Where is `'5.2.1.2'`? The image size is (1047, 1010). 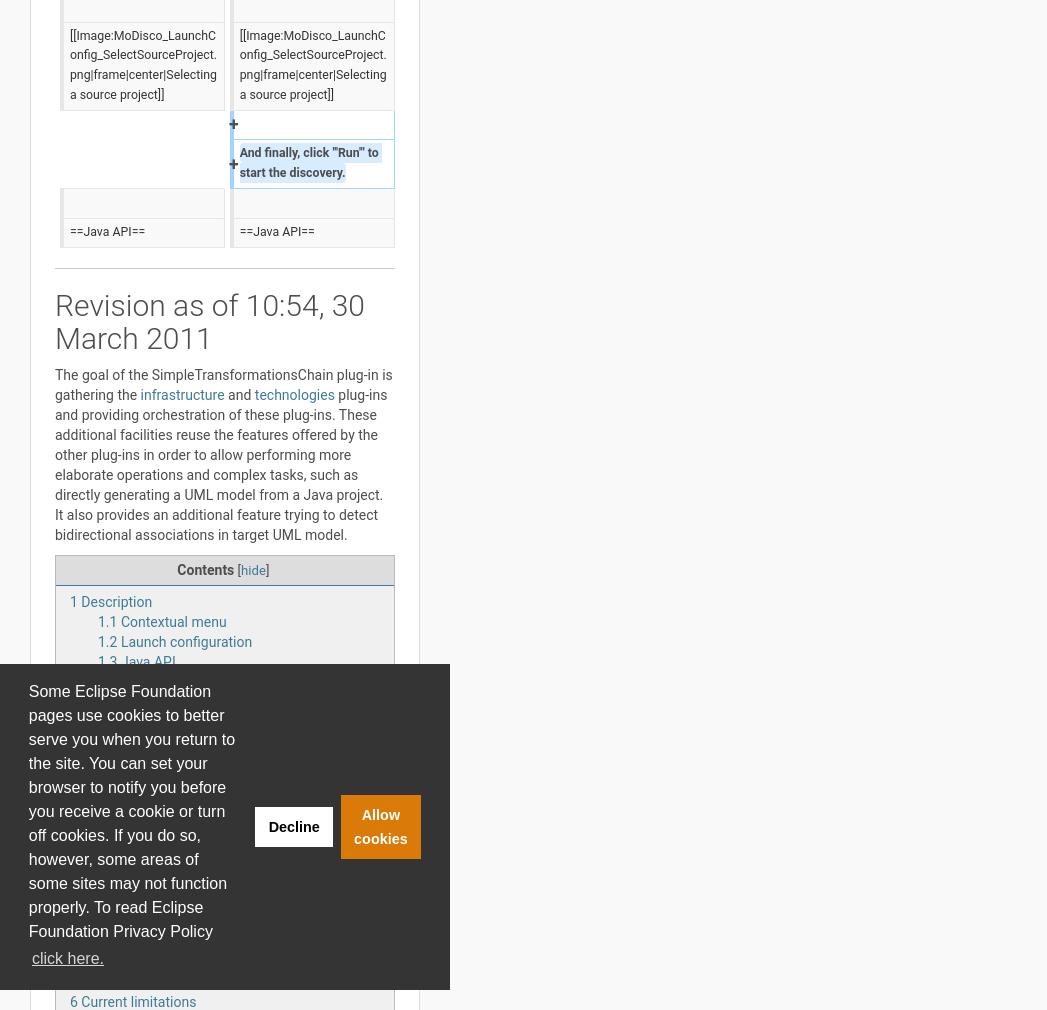
'5.2.1.2' is located at coordinates (174, 862).